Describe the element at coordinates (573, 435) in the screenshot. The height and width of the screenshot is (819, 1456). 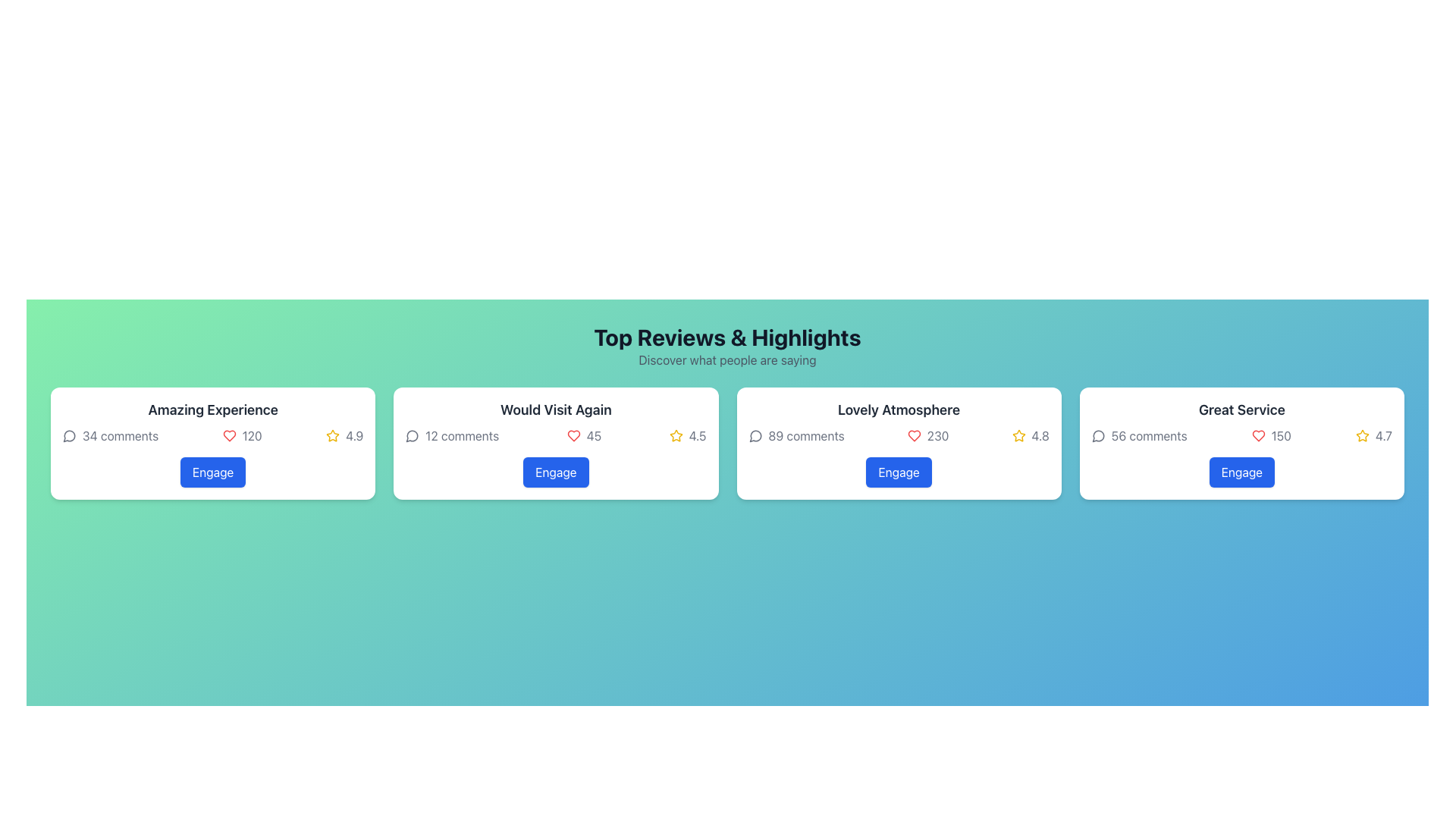
I see `the heart icon representing likes, located within the second review card titled 'Would Visit Again.'` at that location.